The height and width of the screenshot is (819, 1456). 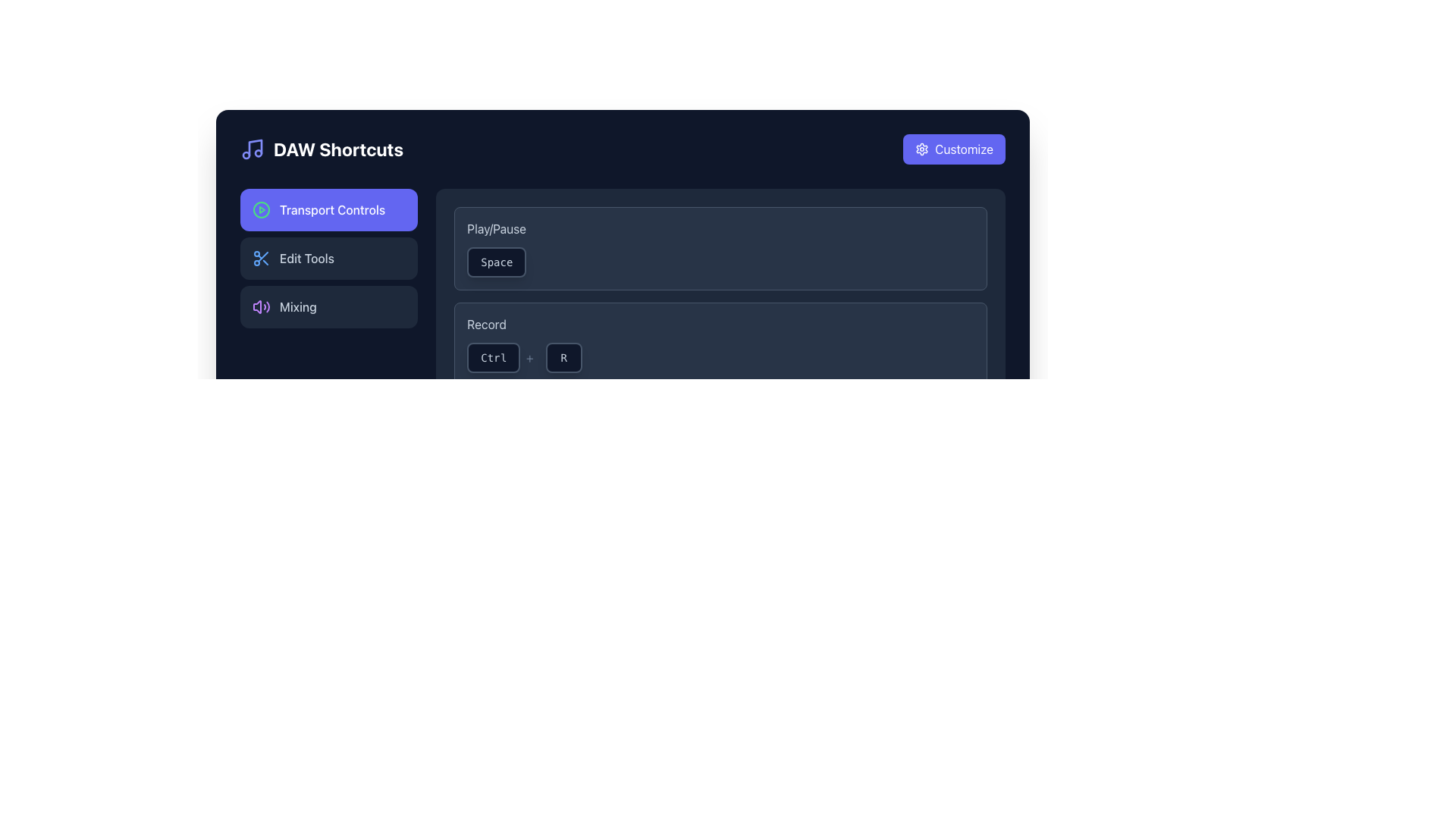 What do you see at coordinates (921, 149) in the screenshot?
I see `the settings icon located within the 'Customize' button at the top-right corner of the interface` at bounding box center [921, 149].